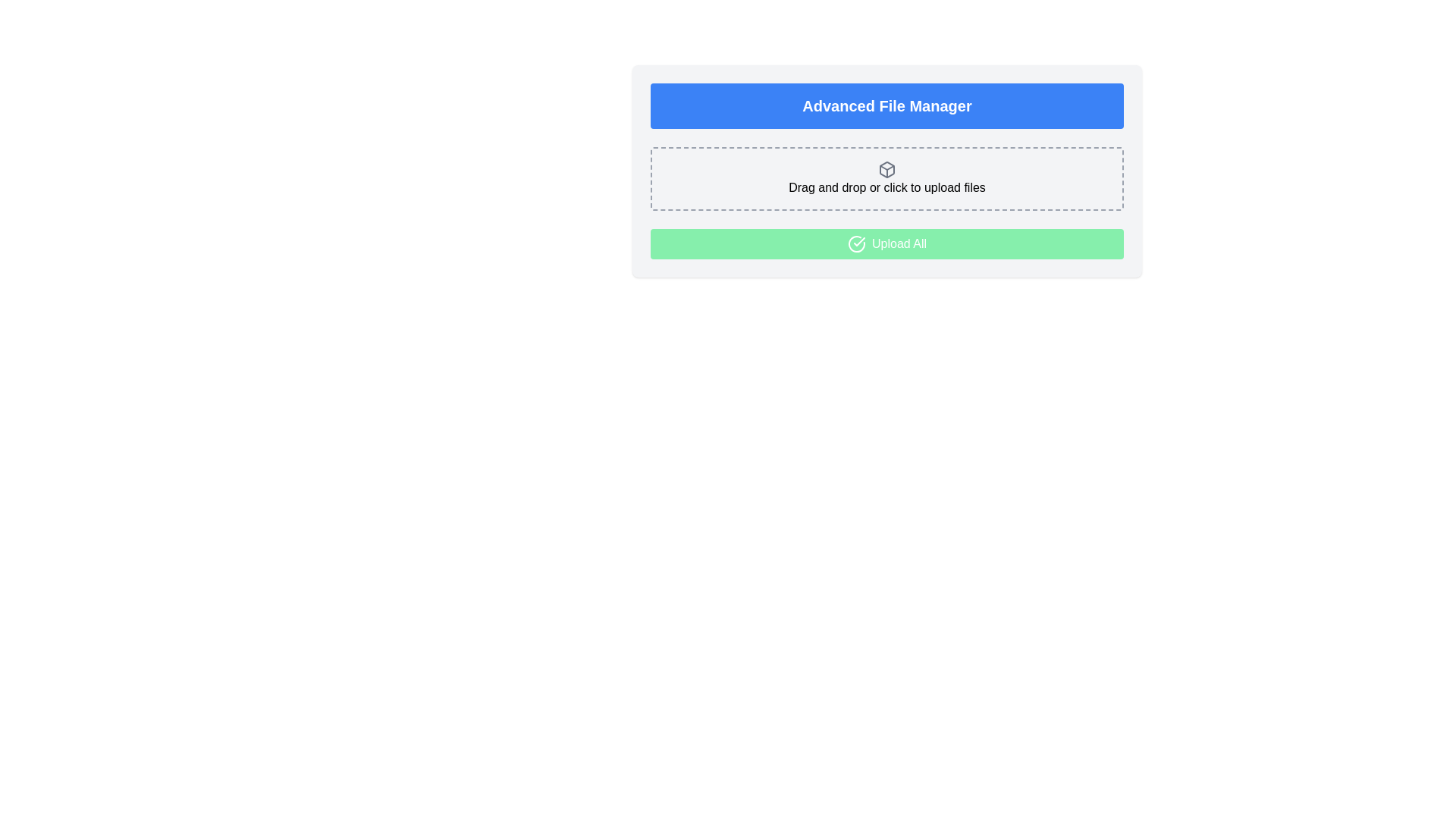 This screenshot has width=1456, height=819. I want to click on the circular green icon with a white outline of a checkmark that is positioned to the left of the text 'Upload All', so click(856, 243).